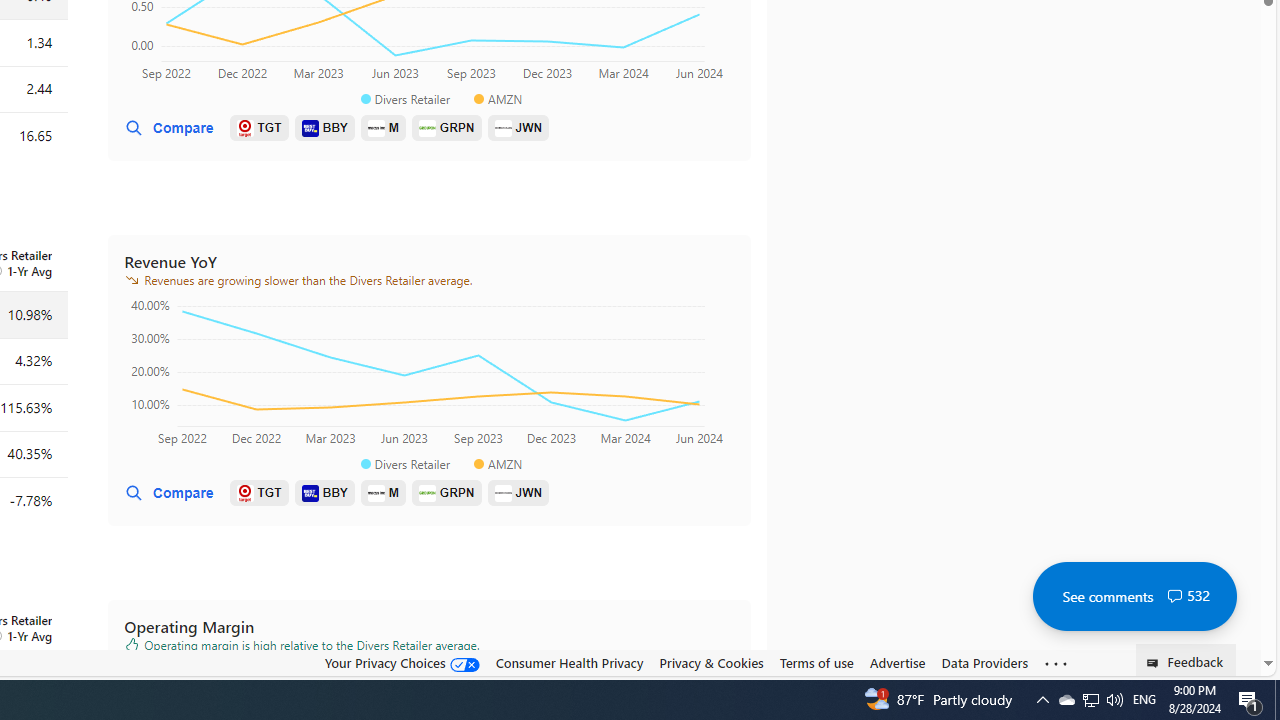  What do you see at coordinates (400, 662) in the screenshot?
I see `'Your Privacy Choices'` at bounding box center [400, 662].